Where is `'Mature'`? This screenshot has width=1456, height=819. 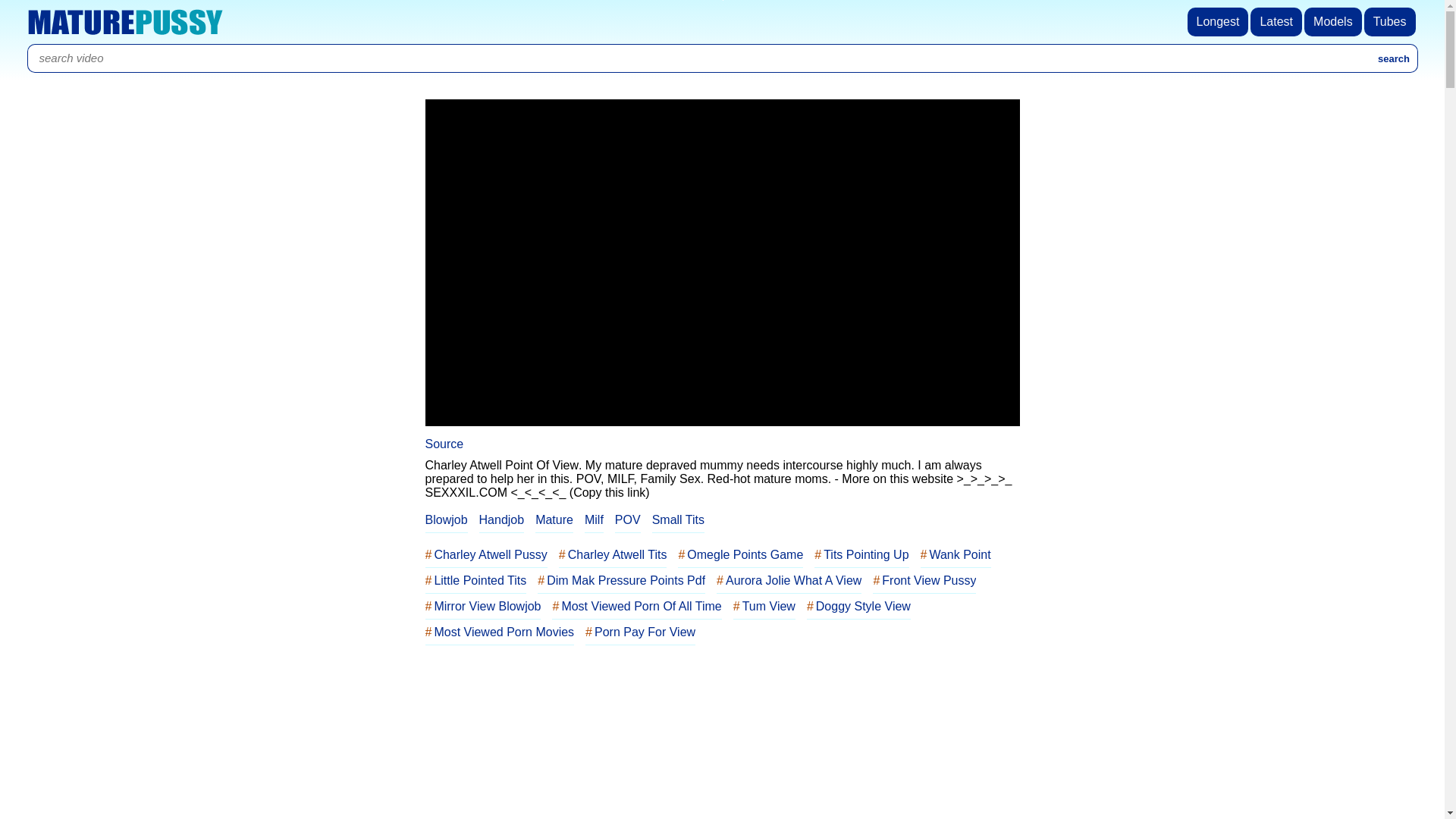 'Mature' is located at coordinates (535, 519).